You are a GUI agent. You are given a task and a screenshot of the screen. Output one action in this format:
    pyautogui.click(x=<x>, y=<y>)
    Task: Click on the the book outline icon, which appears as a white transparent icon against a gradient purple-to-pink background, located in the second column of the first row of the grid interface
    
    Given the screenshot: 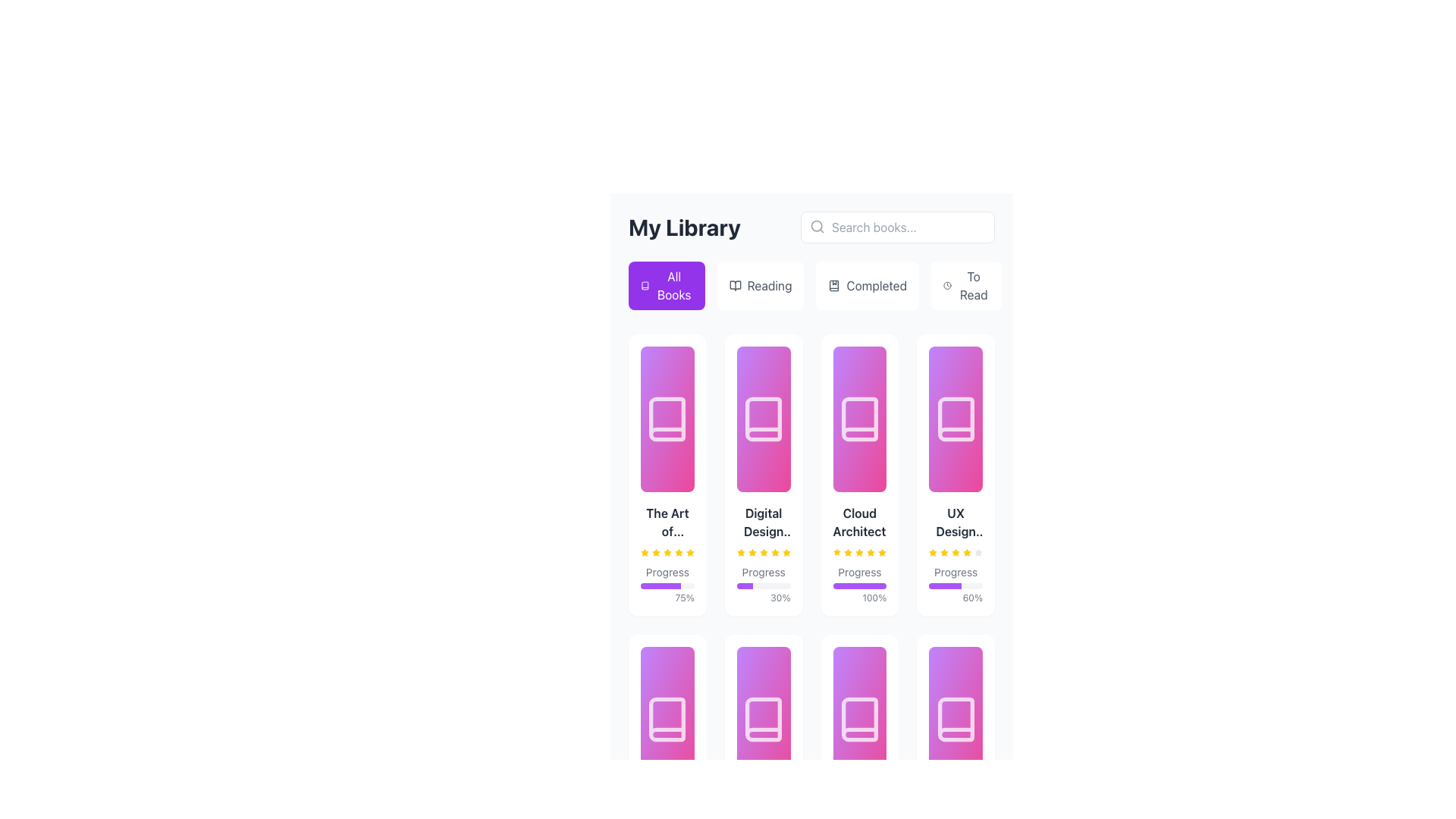 What is the action you would take?
    pyautogui.click(x=764, y=419)
    